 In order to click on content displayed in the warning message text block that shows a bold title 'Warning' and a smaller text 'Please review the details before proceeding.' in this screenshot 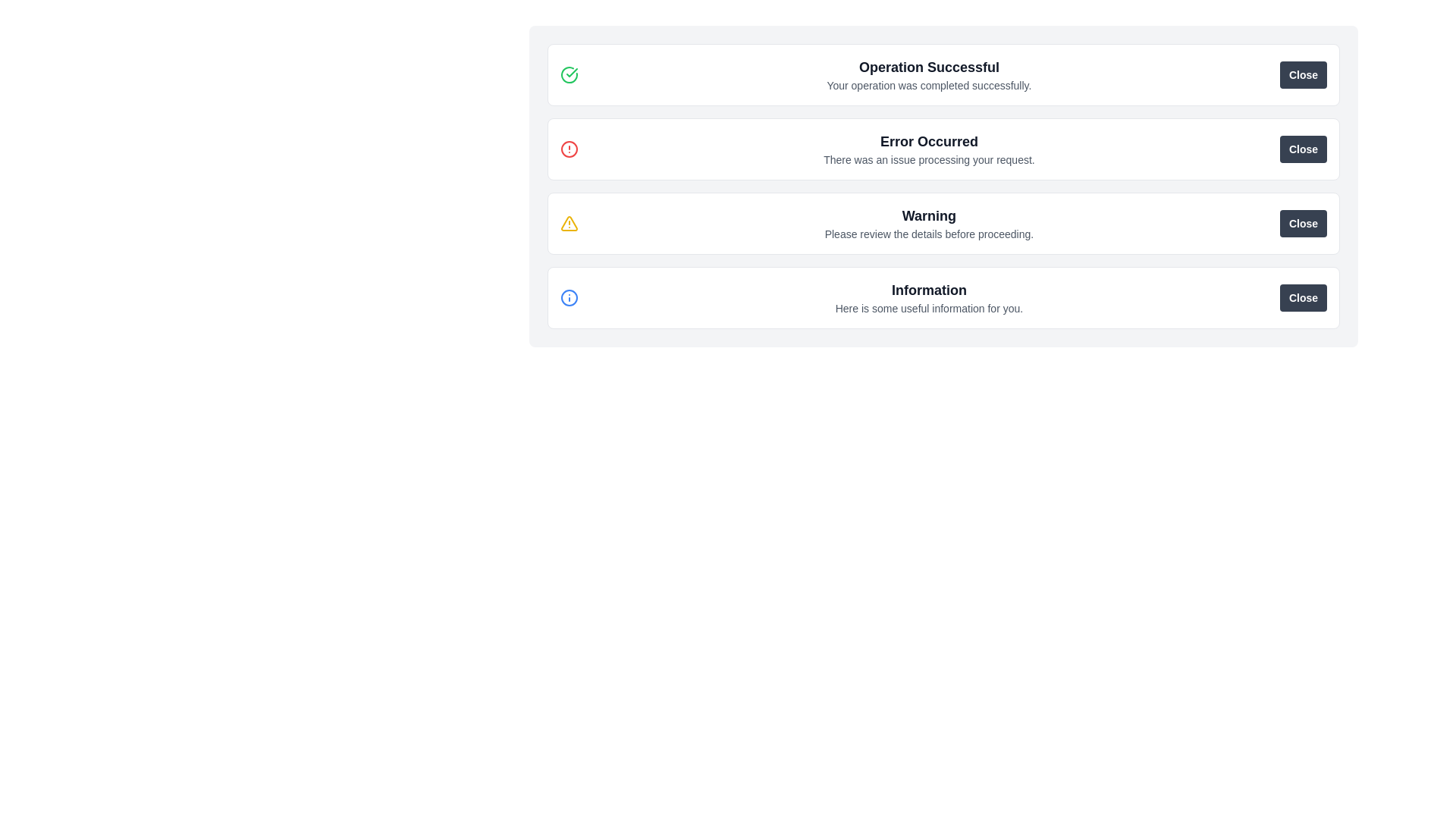, I will do `click(928, 223)`.